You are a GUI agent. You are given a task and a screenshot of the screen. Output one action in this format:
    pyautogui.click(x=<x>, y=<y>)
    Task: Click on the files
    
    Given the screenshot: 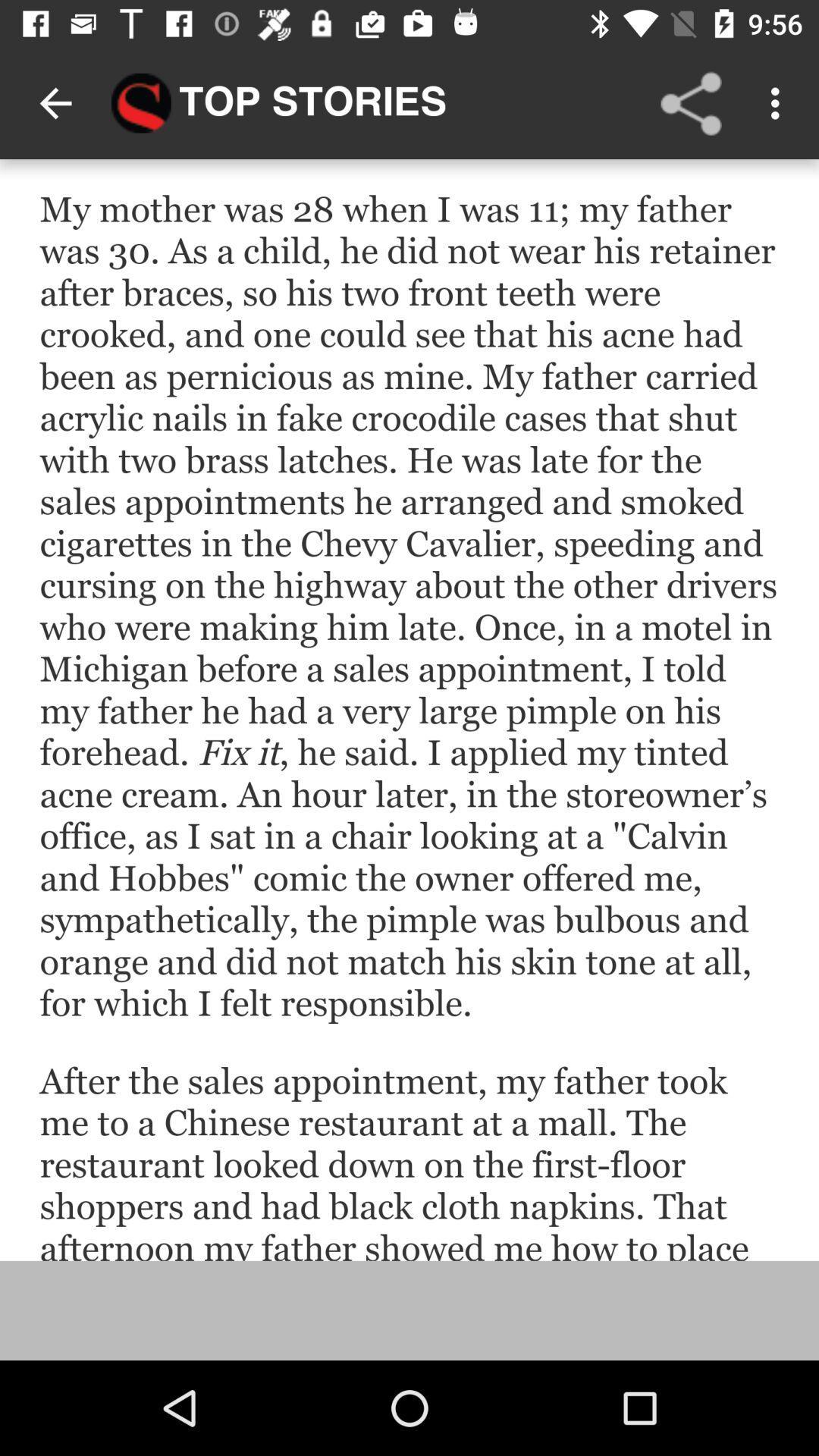 What is the action you would take?
    pyautogui.click(x=409, y=709)
    